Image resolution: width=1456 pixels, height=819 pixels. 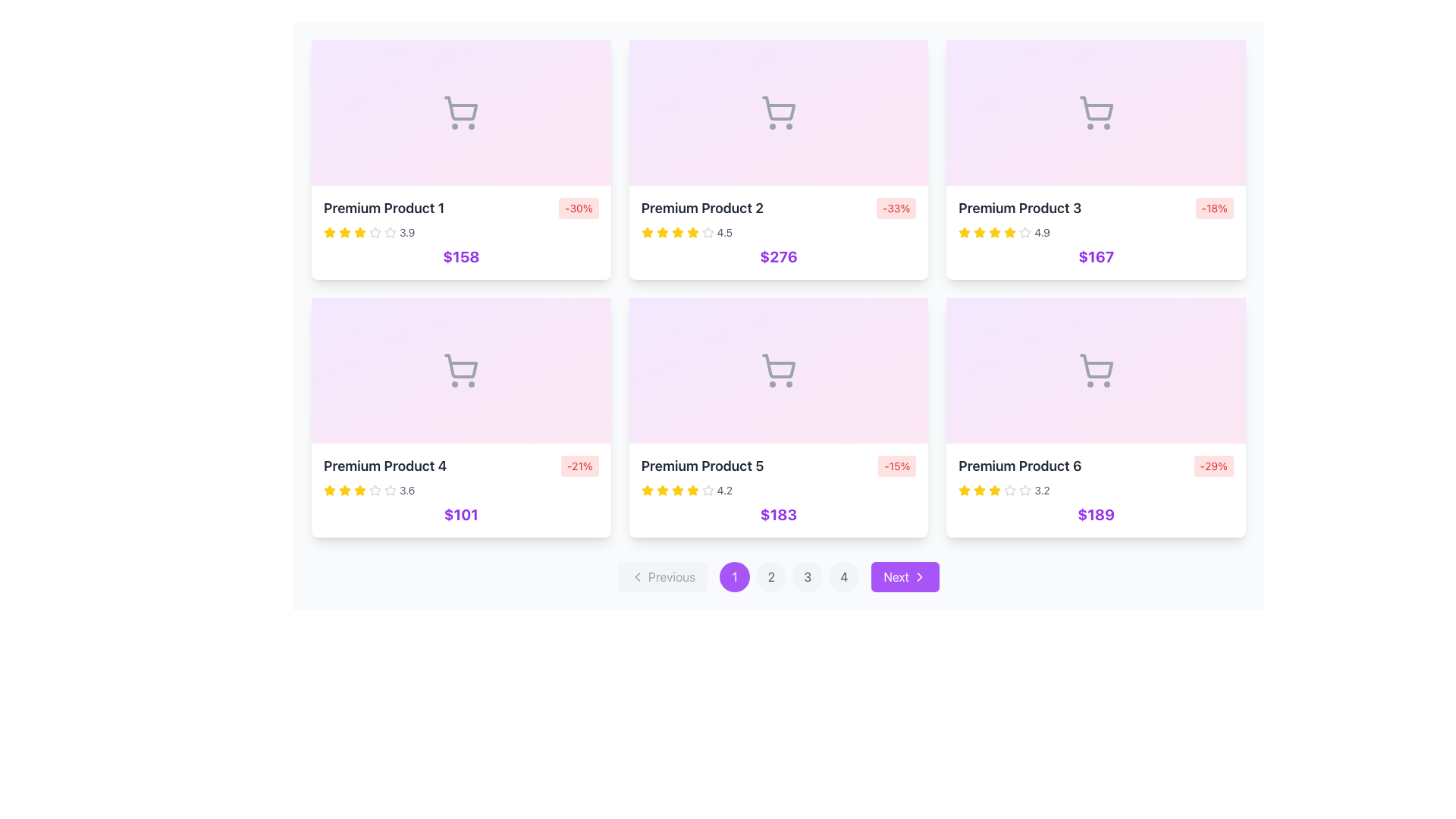 What do you see at coordinates (701, 208) in the screenshot?
I see `text displayed in the styled text display labeled 'Premium Product 2', which is part of the second product card in the top row` at bounding box center [701, 208].